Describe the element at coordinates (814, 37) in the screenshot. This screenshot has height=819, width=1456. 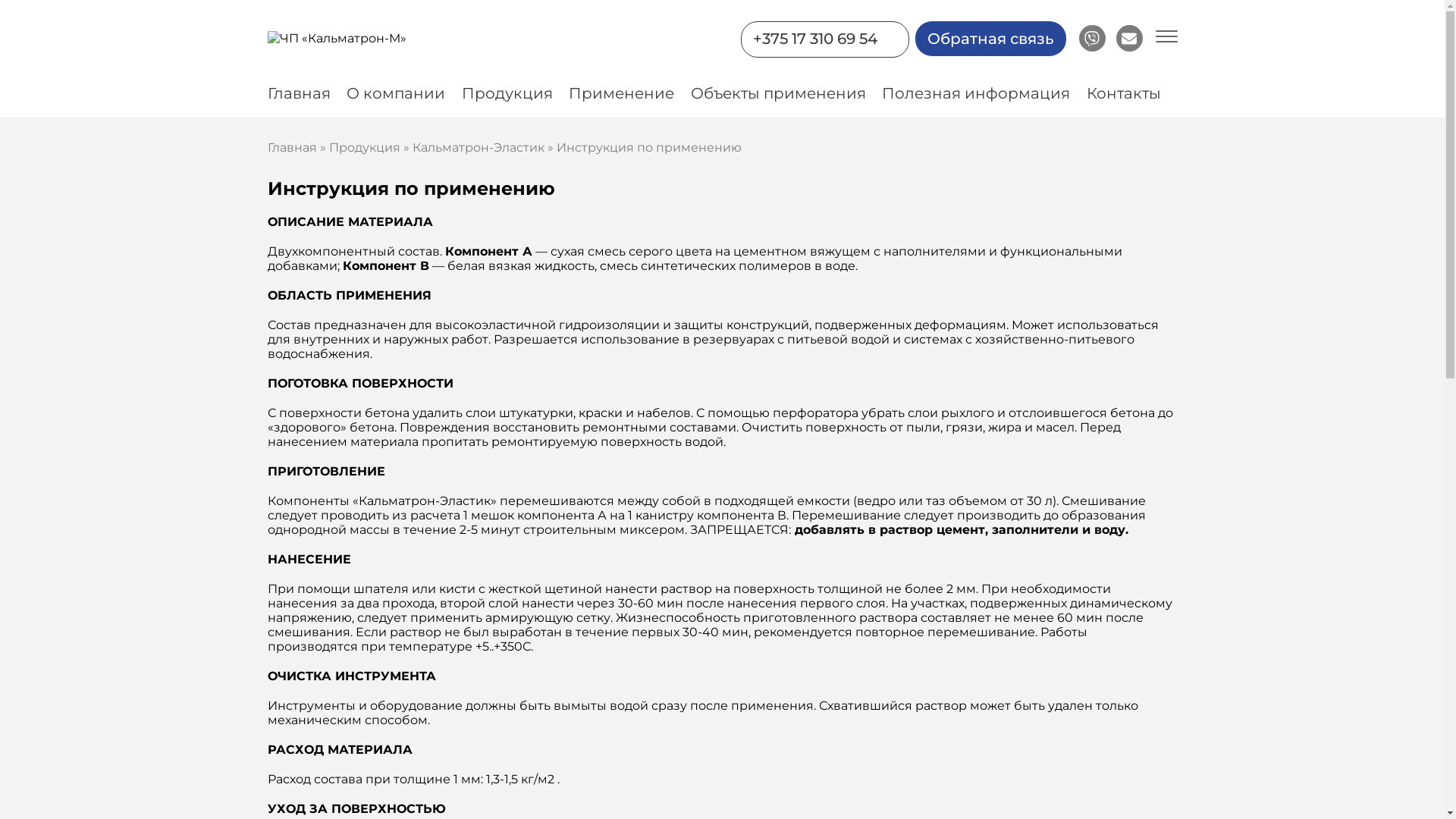
I see `'+375 17 310 69 54'` at that location.